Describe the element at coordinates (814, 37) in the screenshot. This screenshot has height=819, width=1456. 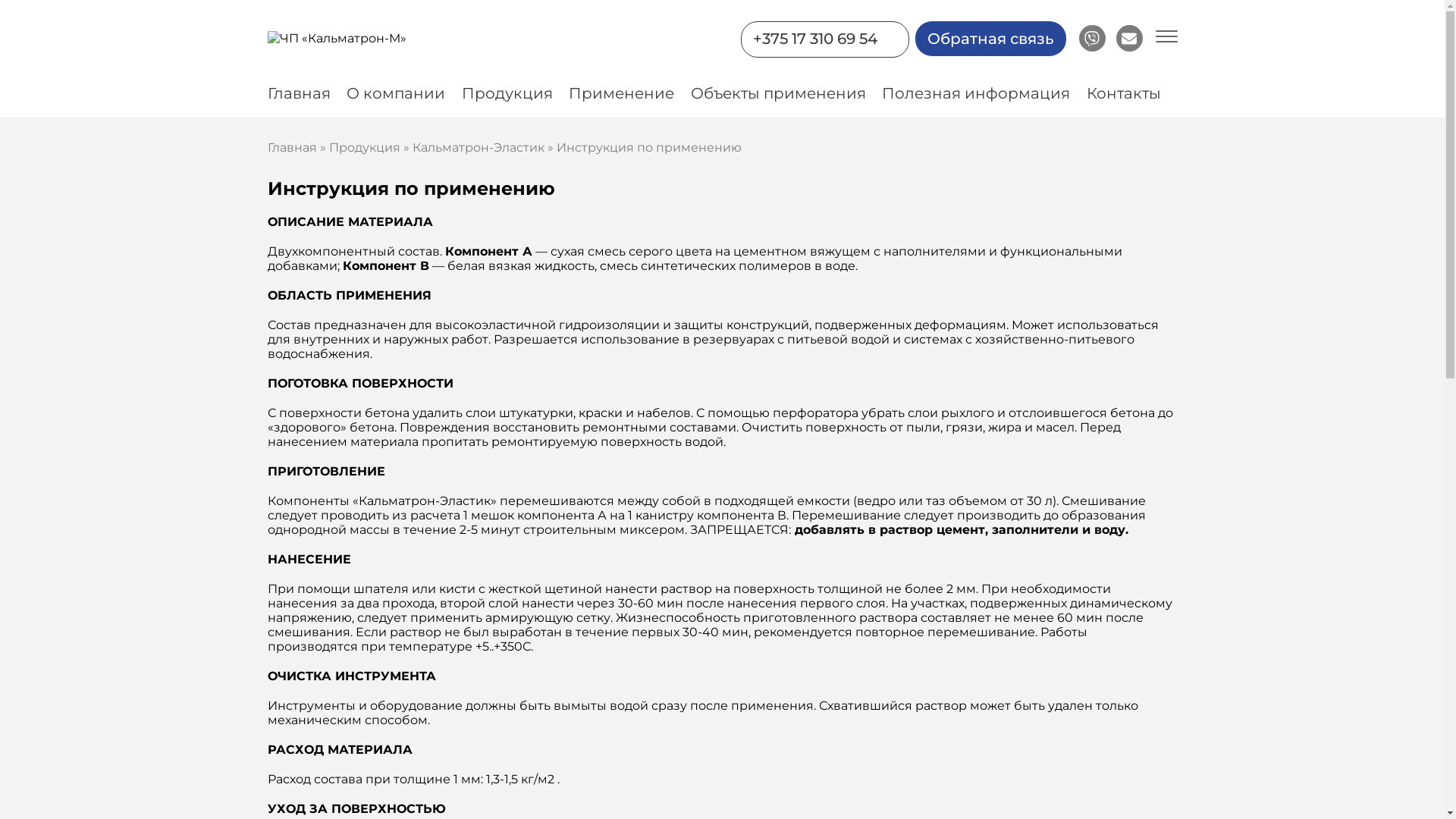
I see `'+375 17 310 69 54'` at that location.